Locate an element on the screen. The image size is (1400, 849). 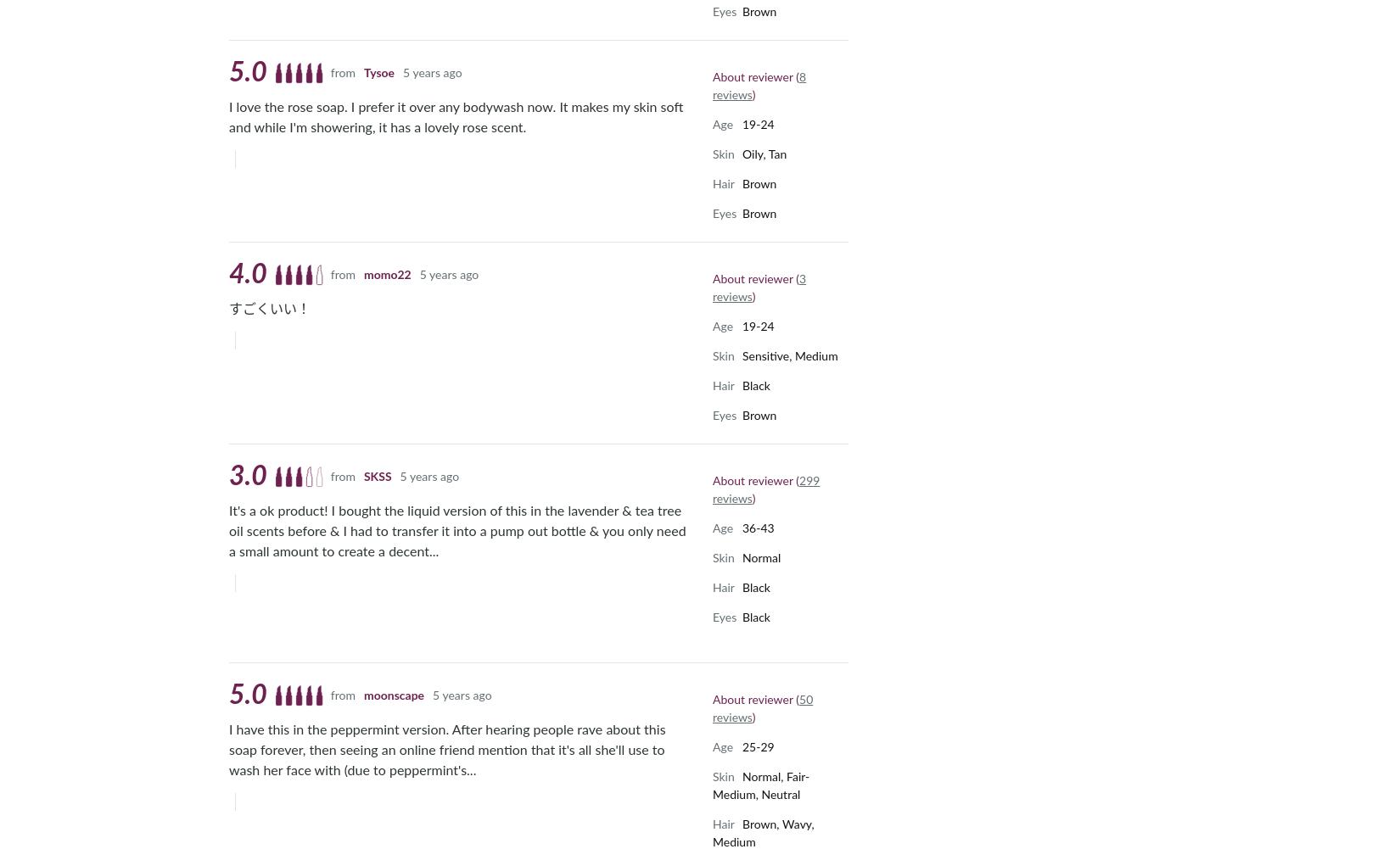
'Brown, Wavy, Medium' is located at coordinates (713, 832).